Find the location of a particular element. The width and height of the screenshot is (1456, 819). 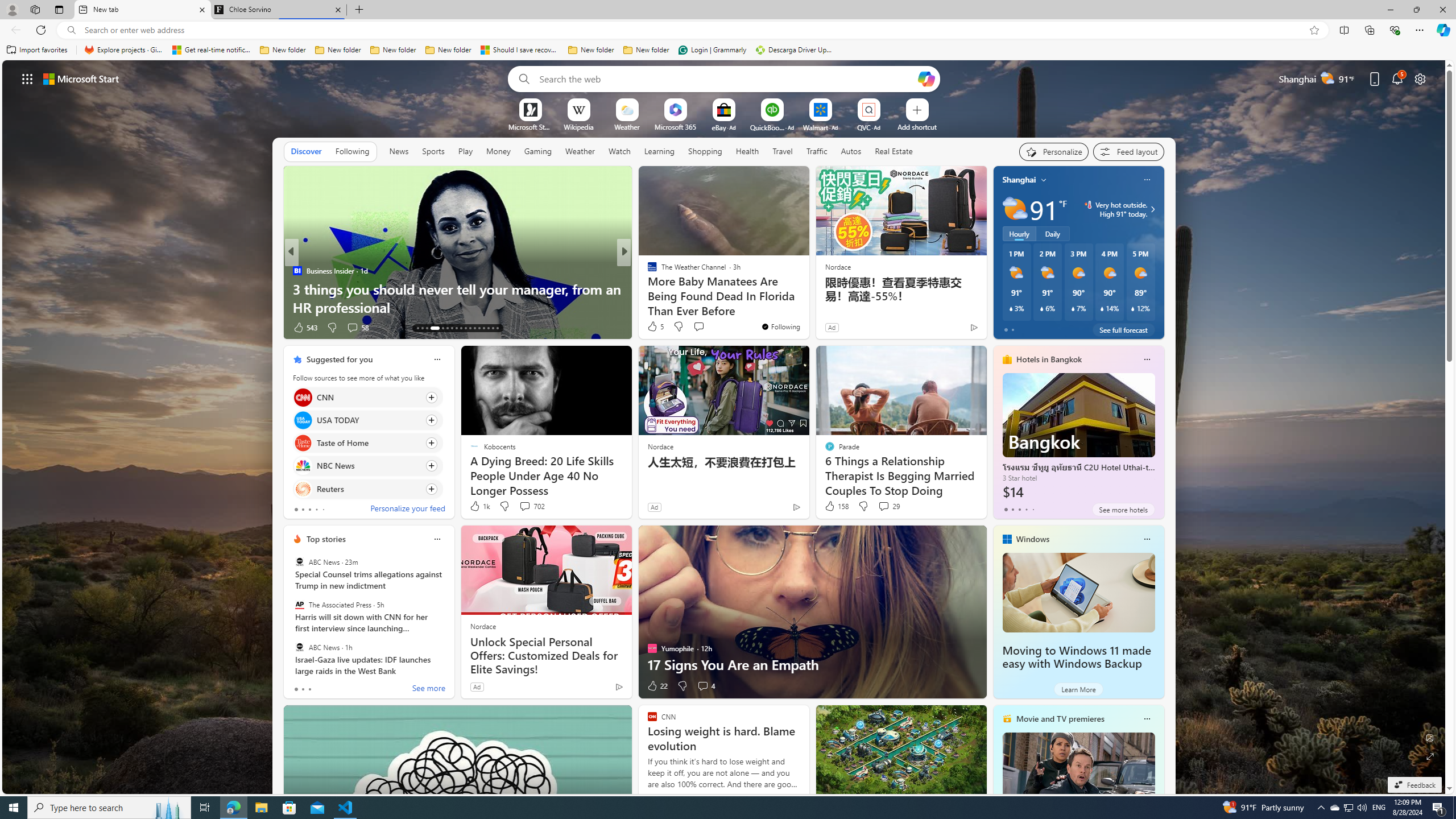

'AutomationID: tab-23' is located at coordinates (470, 328).